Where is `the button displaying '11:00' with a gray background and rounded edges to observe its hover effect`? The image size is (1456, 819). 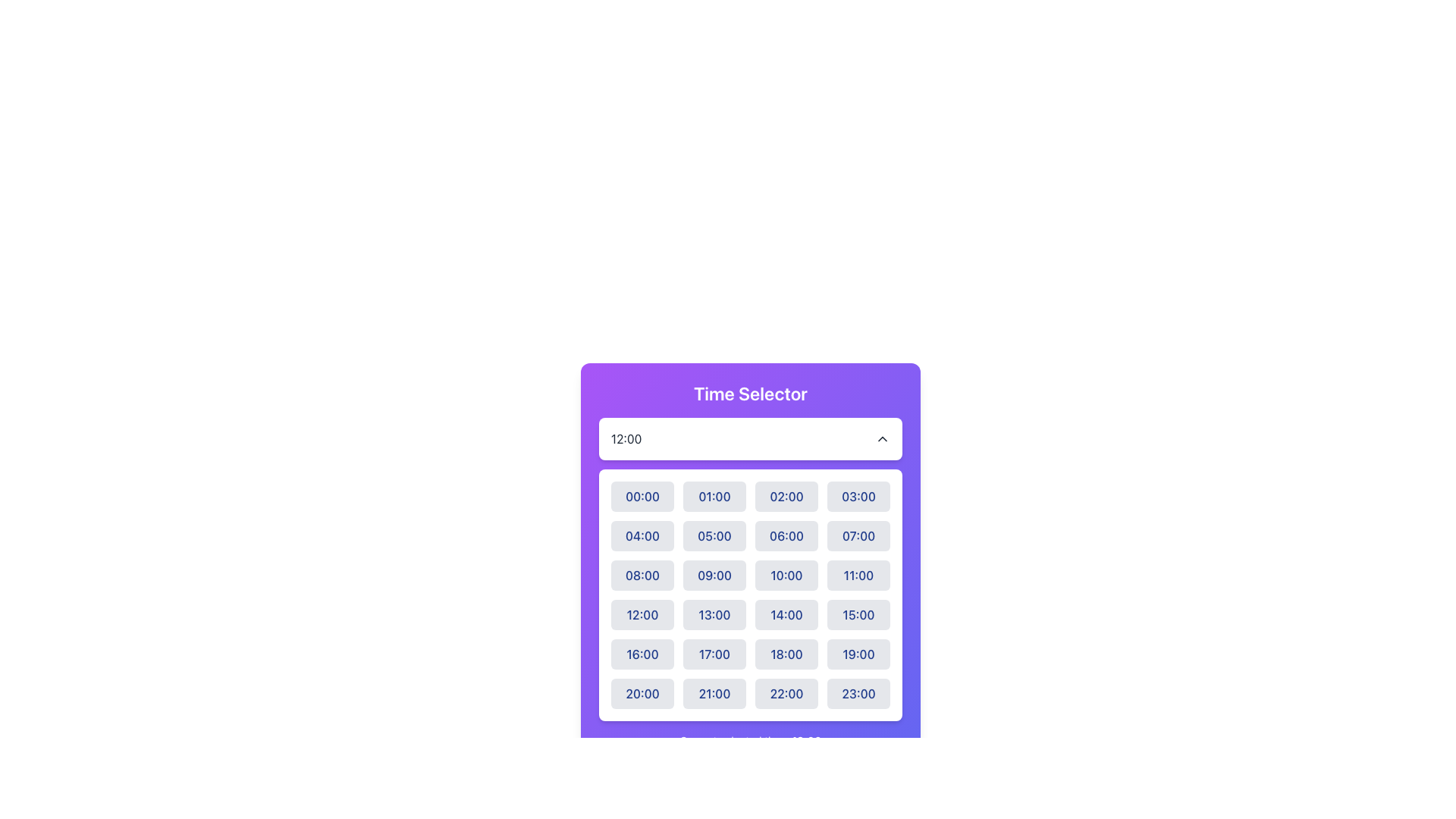
the button displaying '11:00' with a gray background and rounded edges to observe its hover effect is located at coordinates (858, 576).